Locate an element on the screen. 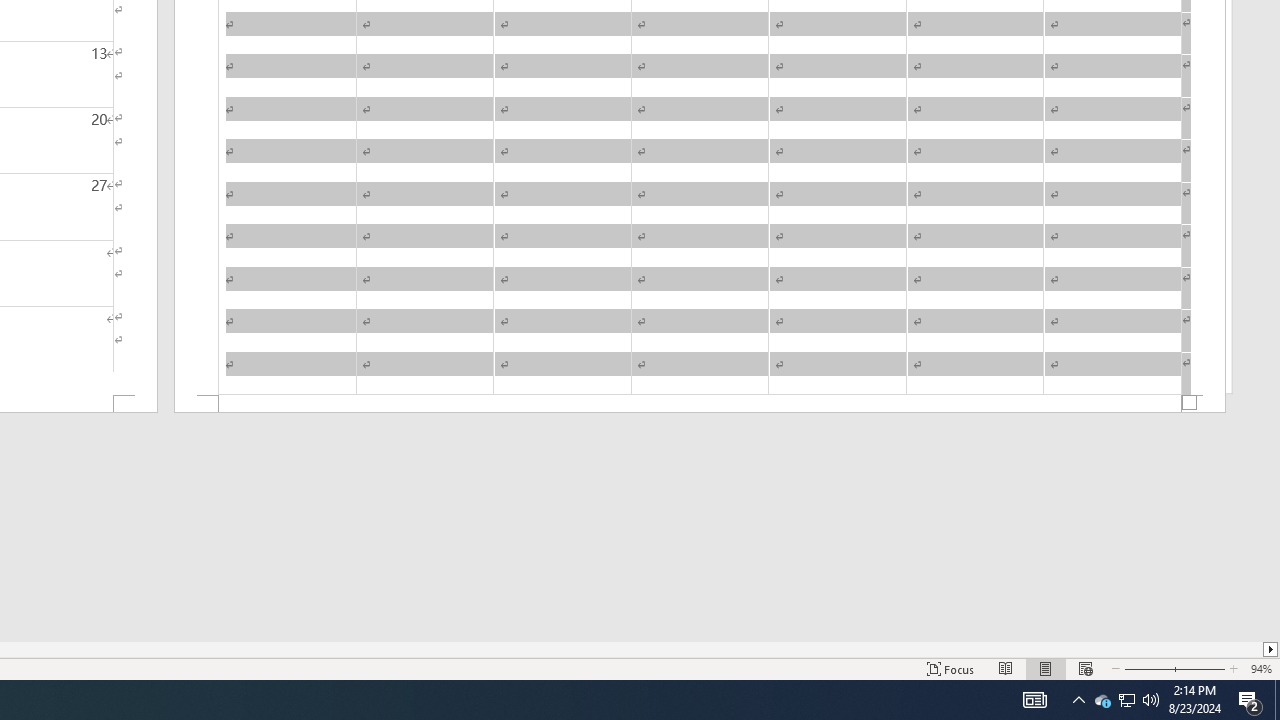 The image size is (1280, 720). 'Read Mode' is located at coordinates (1006, 669).